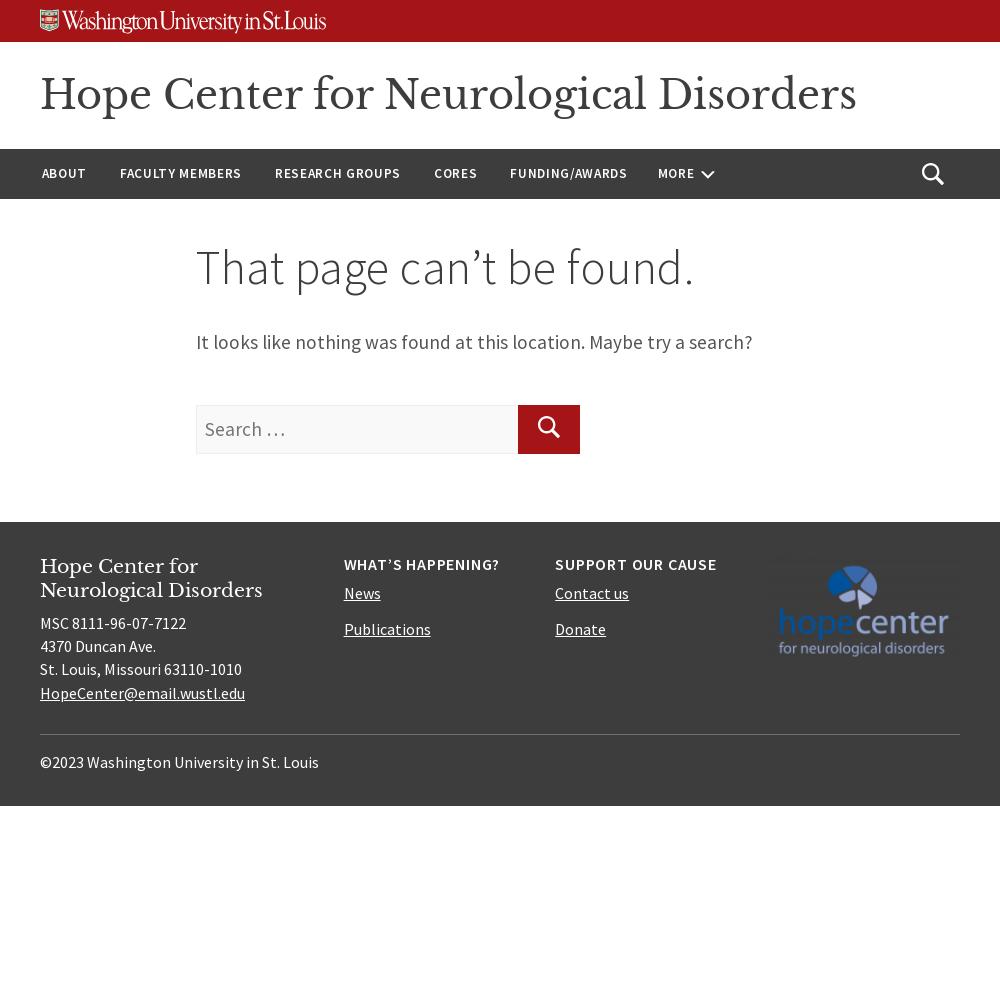 The image size is (1000, 1000). I want to click on 'HC Scholar', so click(552, 300).